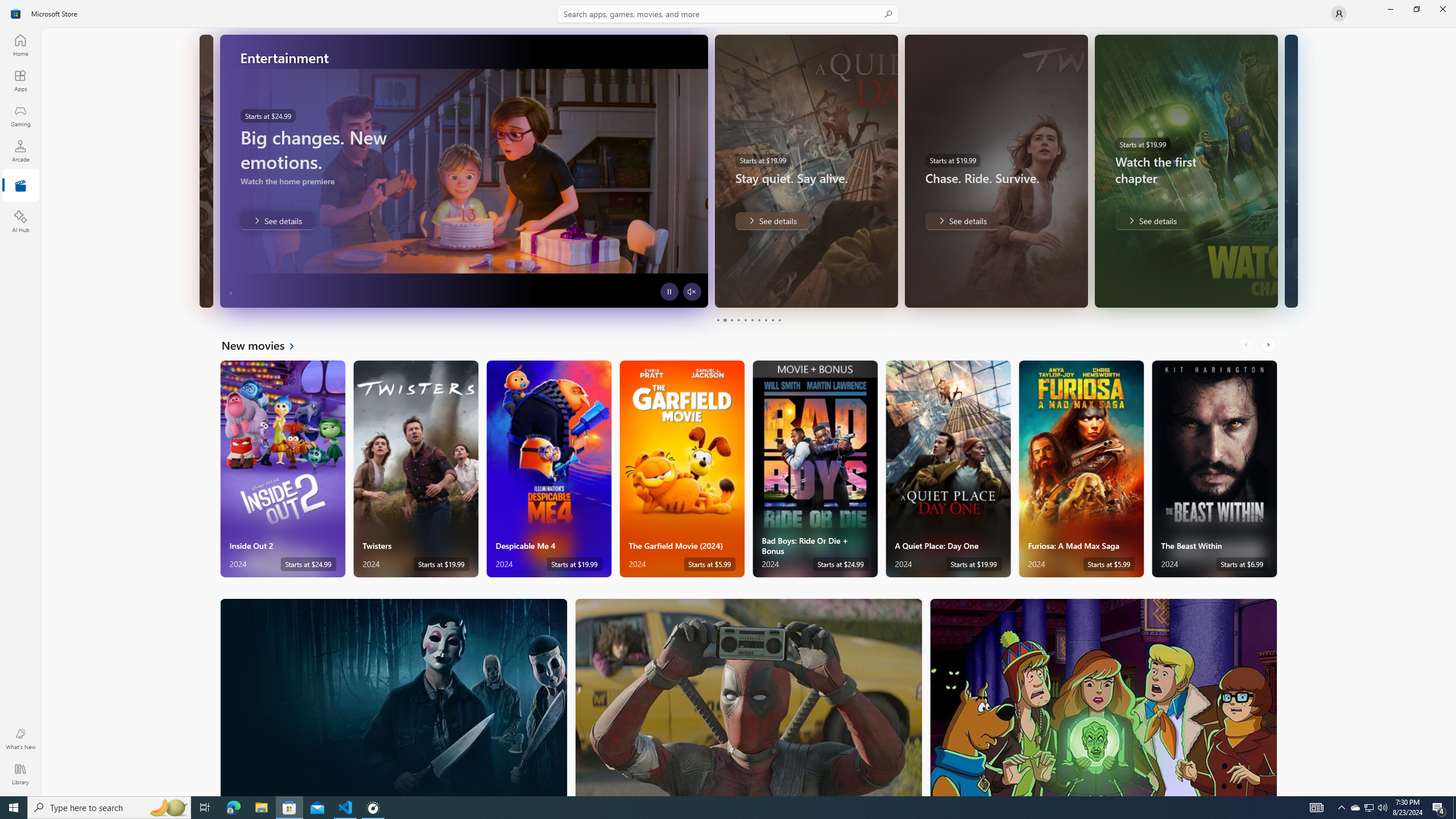  What do you see at coordinates (772, 320) in the screenshot?
I see `'Page 9'` at bounding box center [772, 320].